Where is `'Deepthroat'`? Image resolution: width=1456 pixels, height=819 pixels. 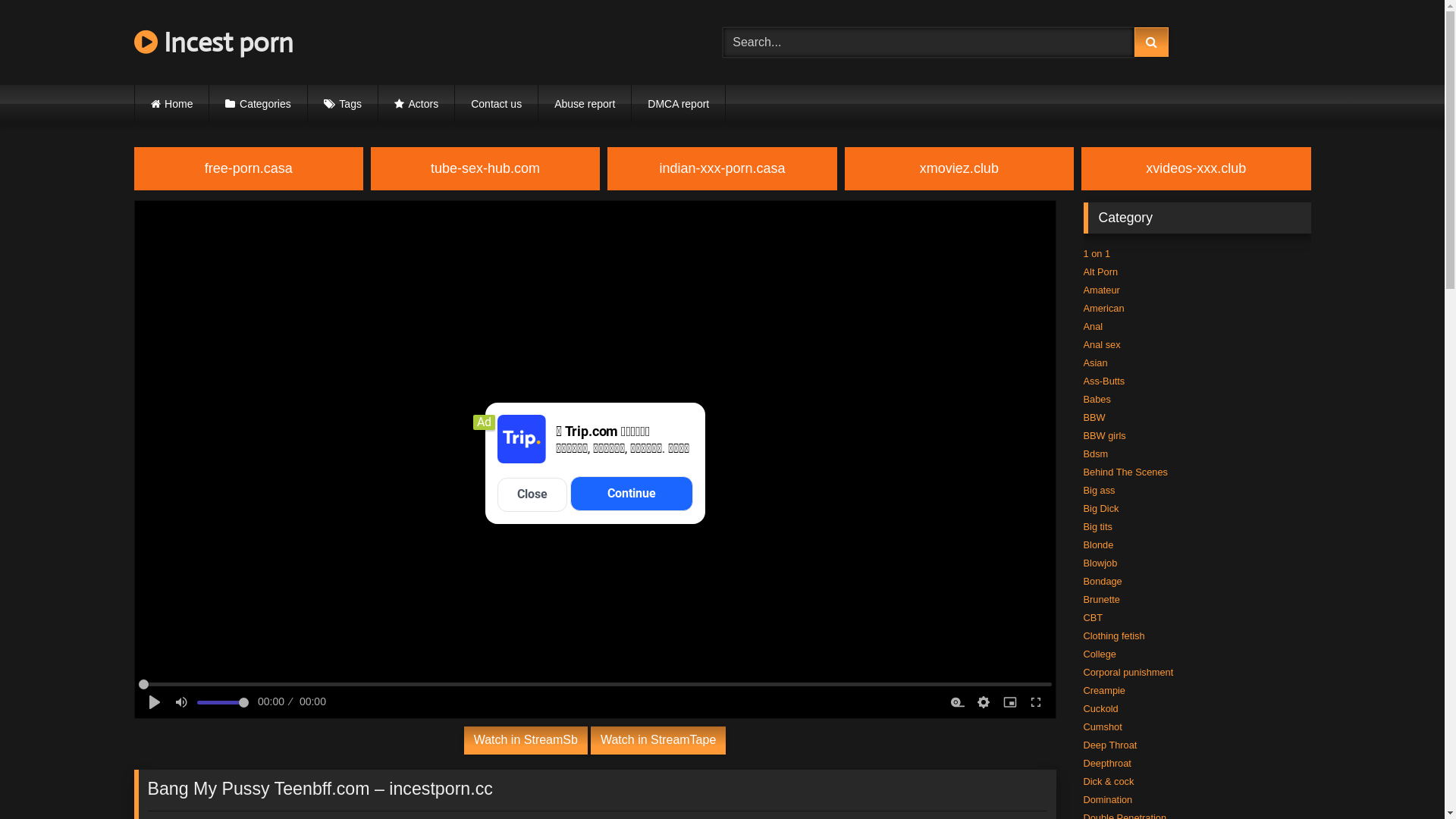 'Deepthroat' is located at coordinates (1106, 763).